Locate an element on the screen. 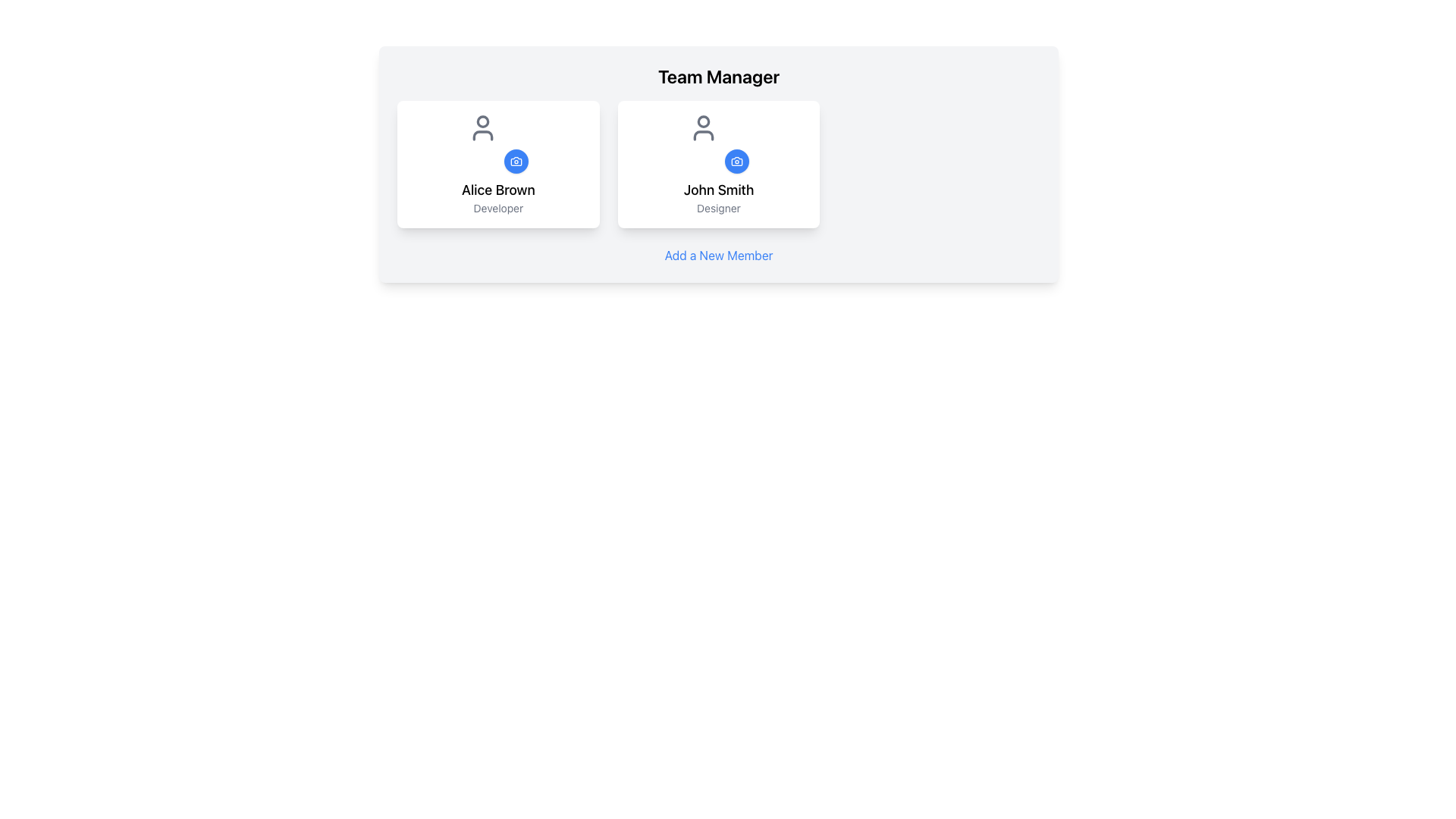 Image resolution: width=1456 pixels, height=819 pixels. the text element displaying 'Alice Brown', which is styled prominently in bold font on a white rounded rectangular card is located at coordinates (498, 189).